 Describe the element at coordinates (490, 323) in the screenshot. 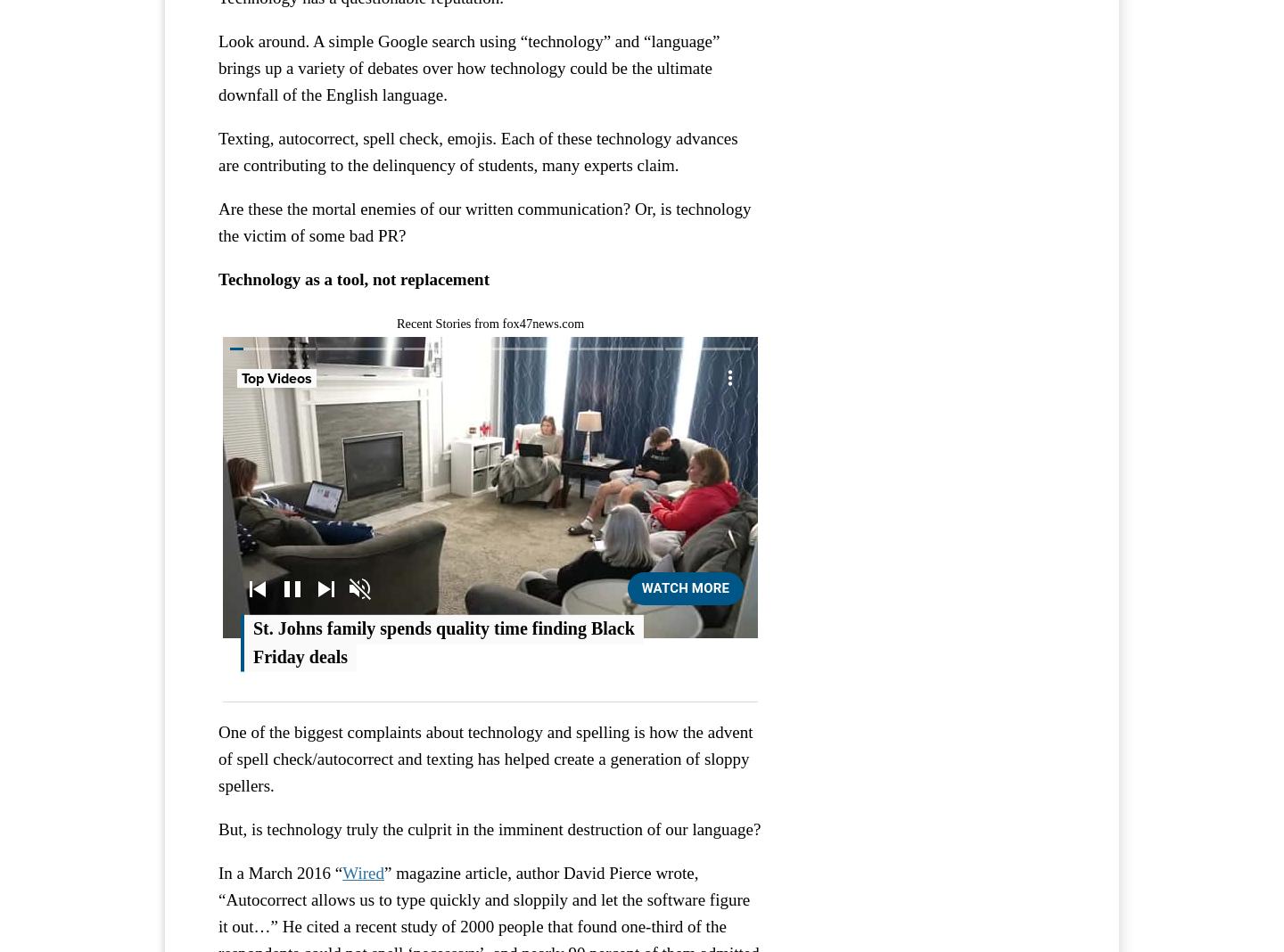

I see `'Recent Stories from fox47news.com'` at that location.